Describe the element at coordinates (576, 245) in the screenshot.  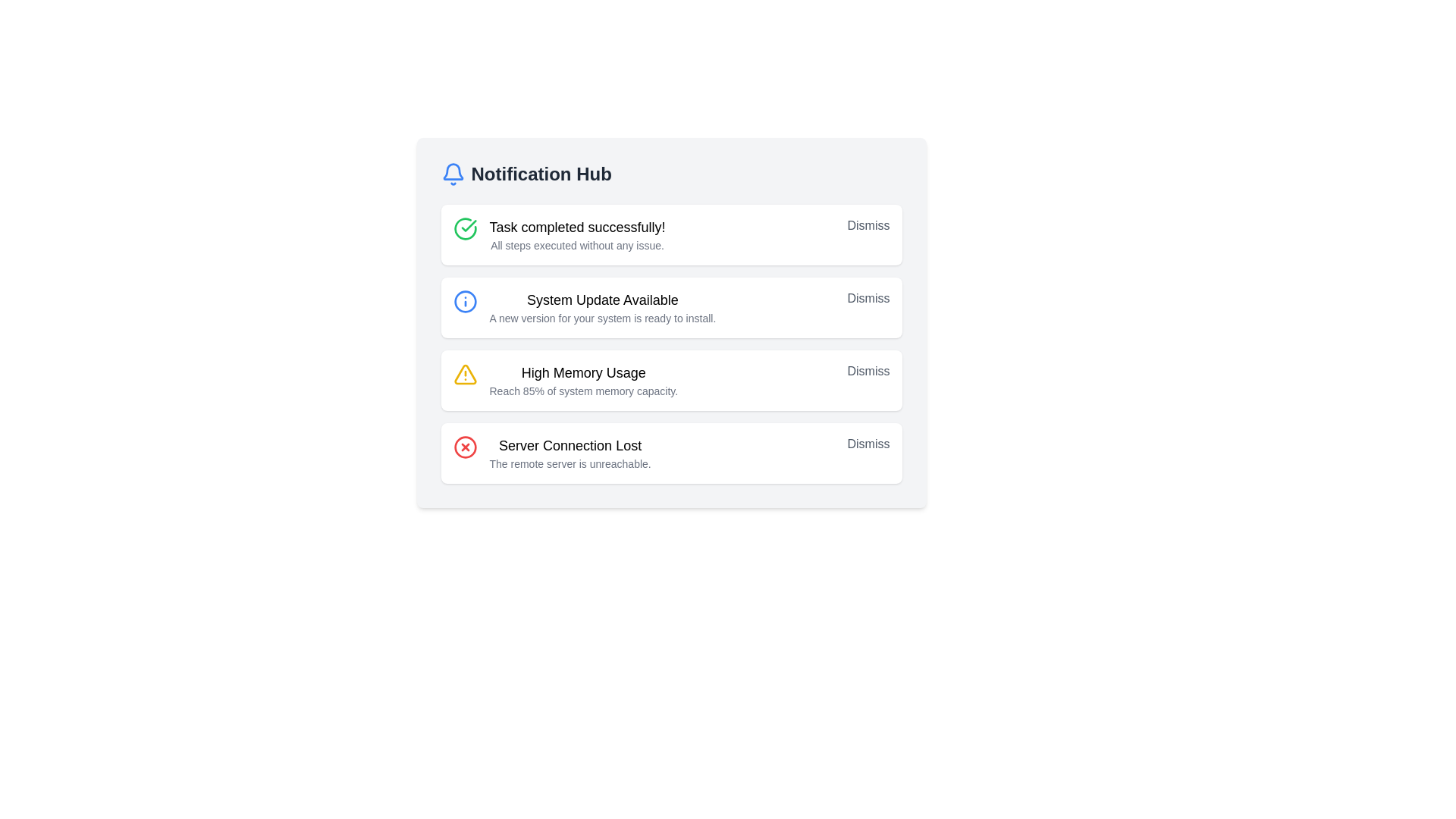
I see `the static text label that reads 'All steps executed without any issue.' located under the title 'Task completed successfully!' in the Notification Hub interface` at that location.